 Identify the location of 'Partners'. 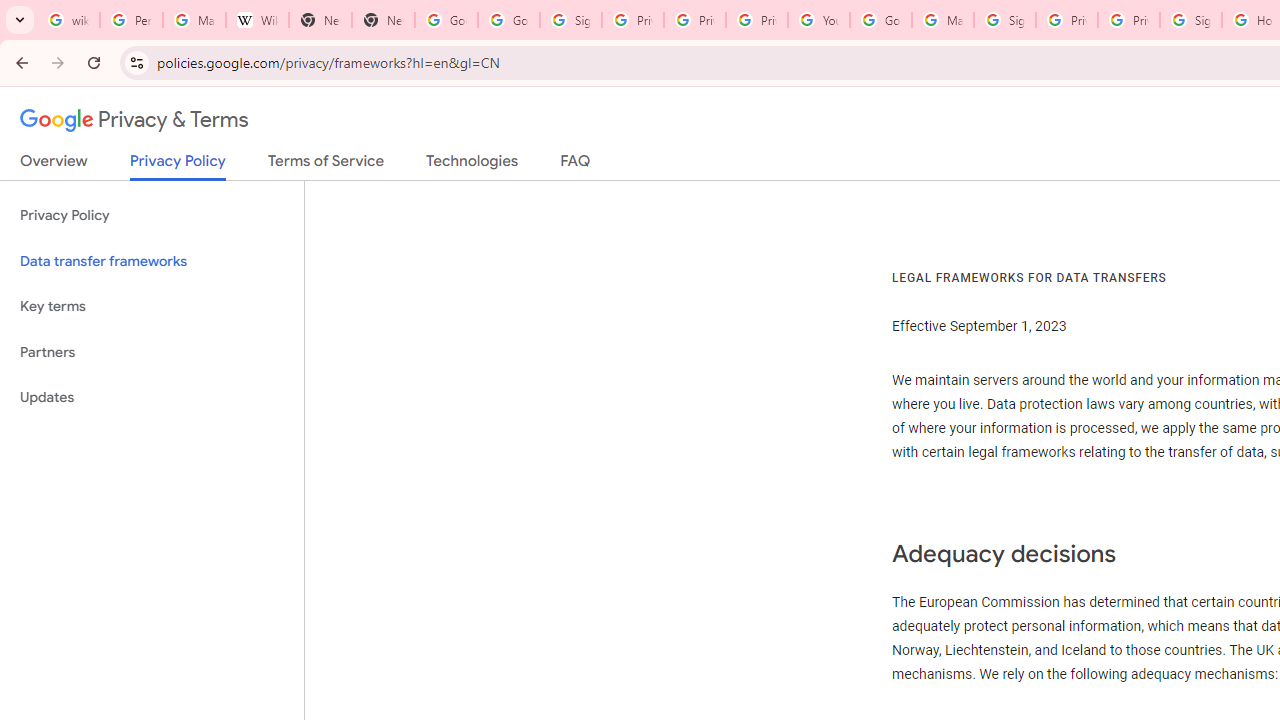
(151, 351).